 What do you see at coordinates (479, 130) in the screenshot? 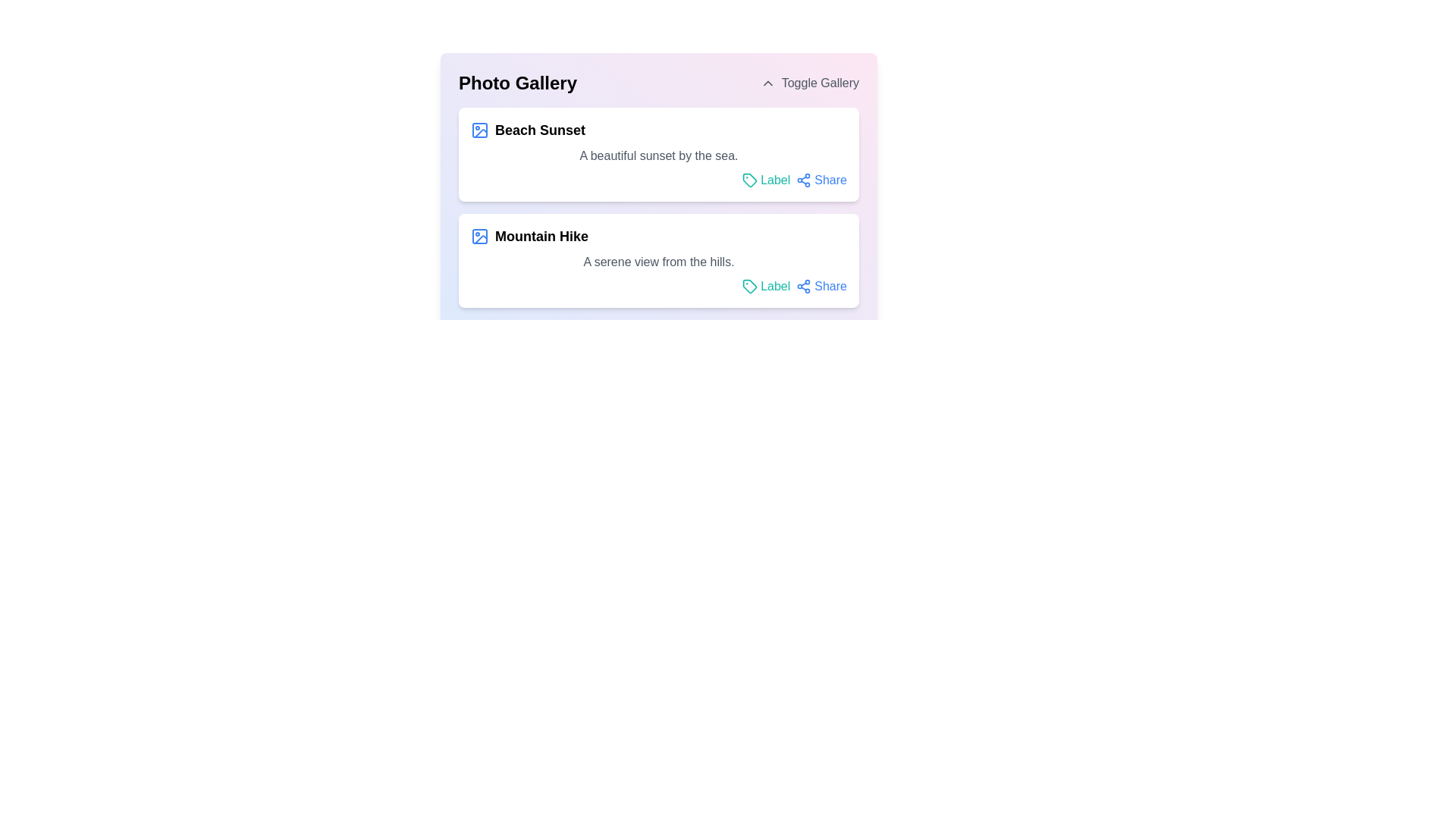
I see `the decorative icon representing 'Beach Sunset' in the 'Photo Gallery' list by moving the cursor to its center` at bounding box center [479, 130].